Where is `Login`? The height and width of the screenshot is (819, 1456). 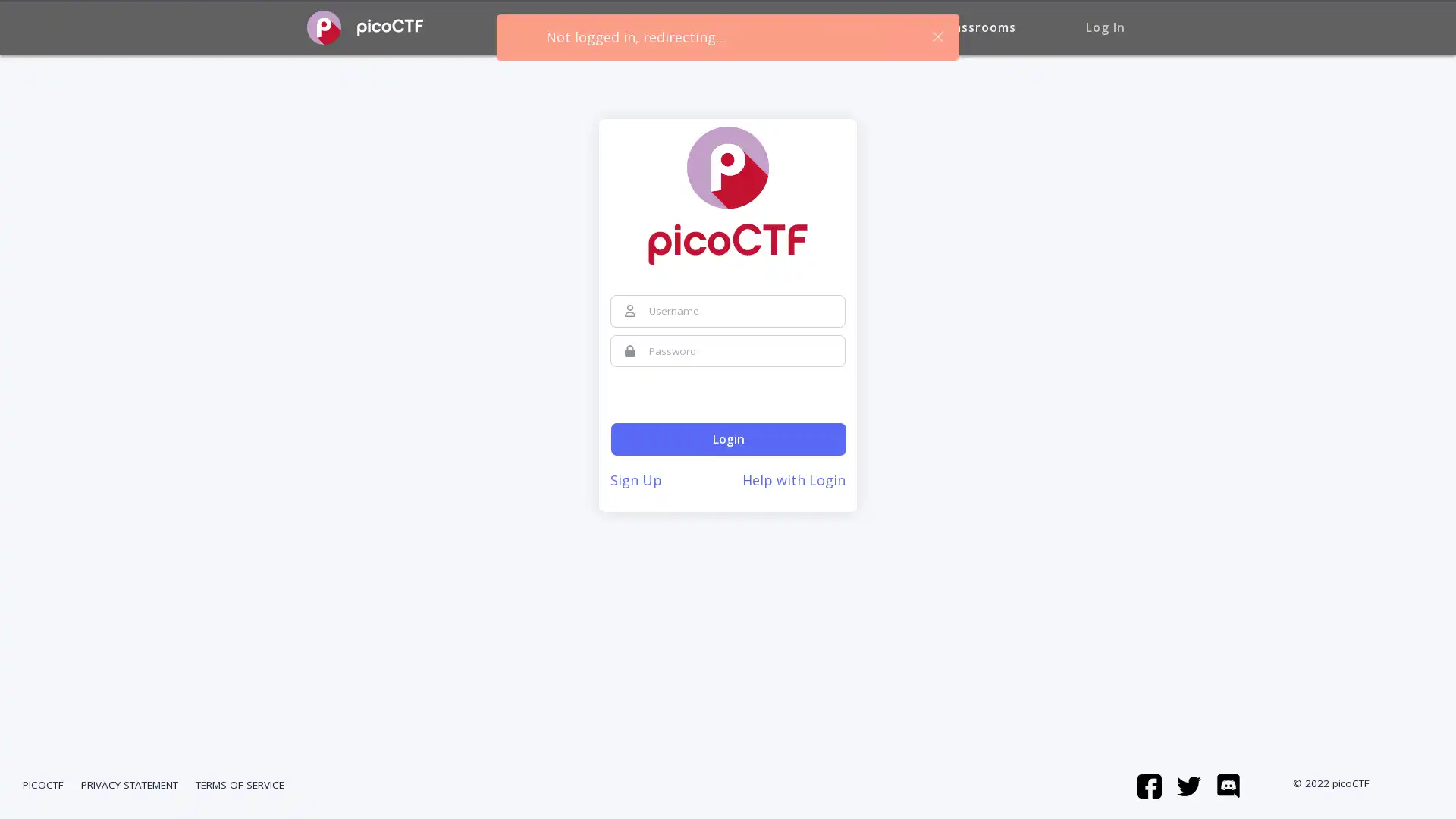 Login is located at coordinates (728, 439).